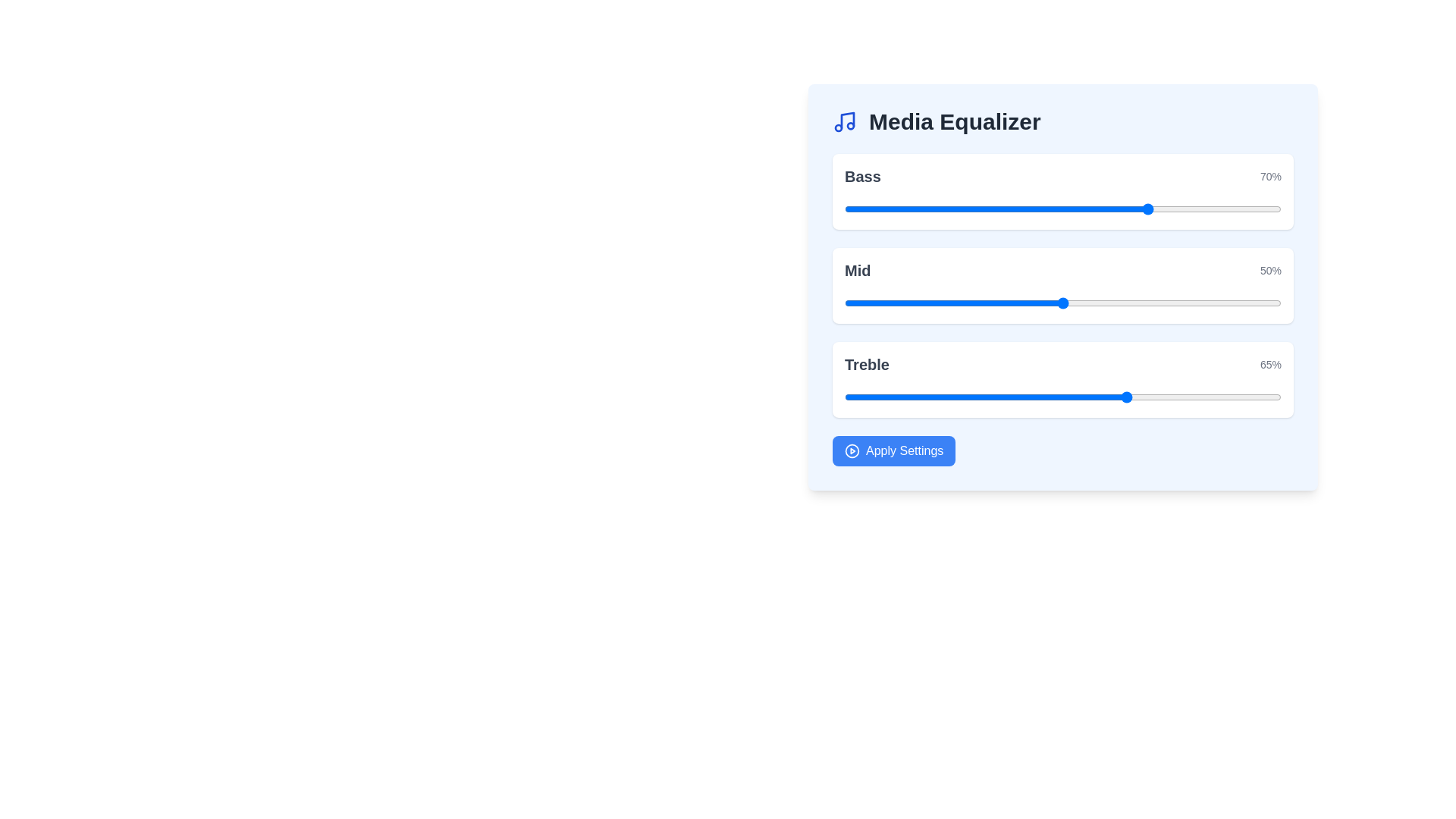  What do you see at coordinates (1146, 303) in the screenshot?
I see `the slider` at bounding box center [1146, 303].